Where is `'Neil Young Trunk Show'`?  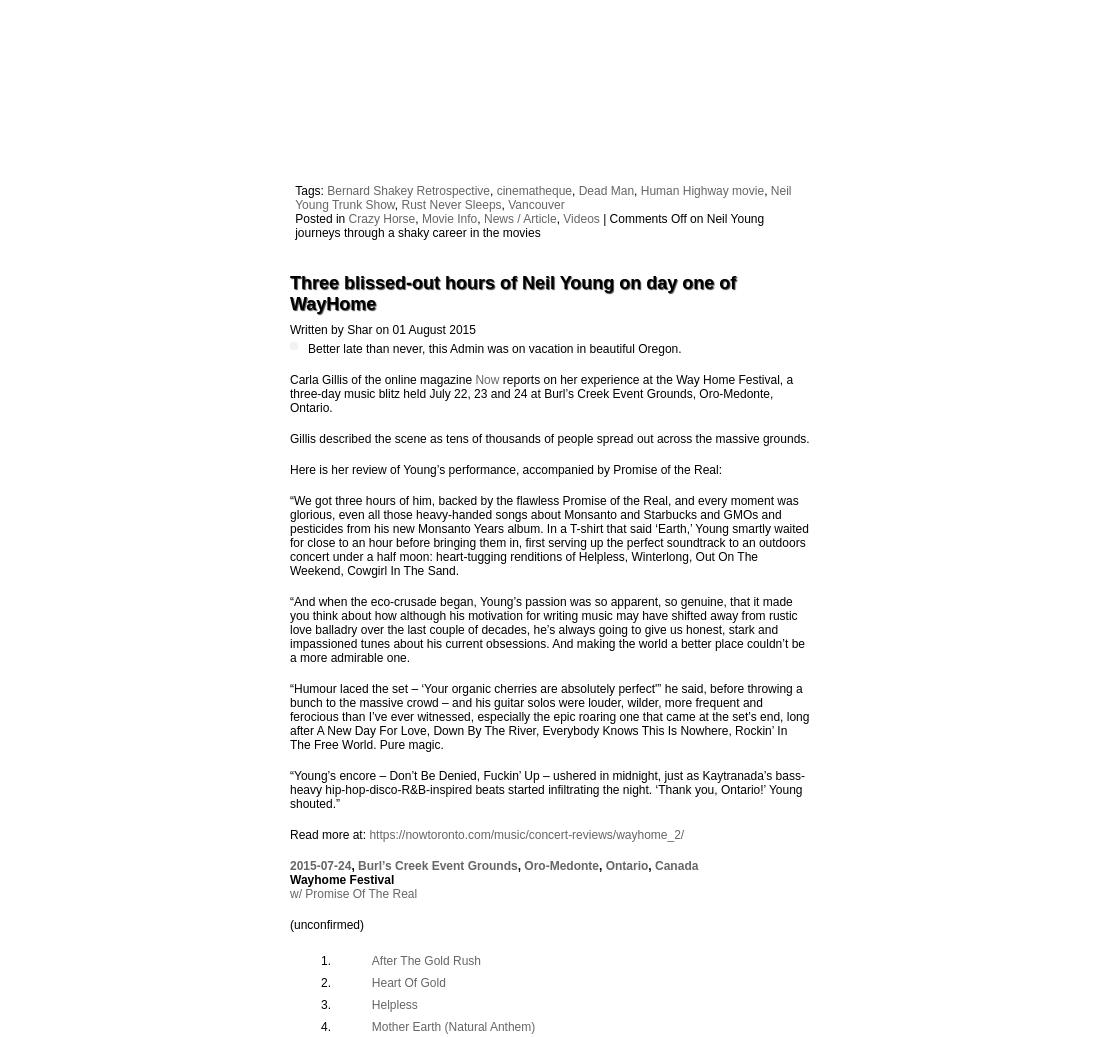
'Neil Young Trunk Show' is located at coordinates (294, 196).